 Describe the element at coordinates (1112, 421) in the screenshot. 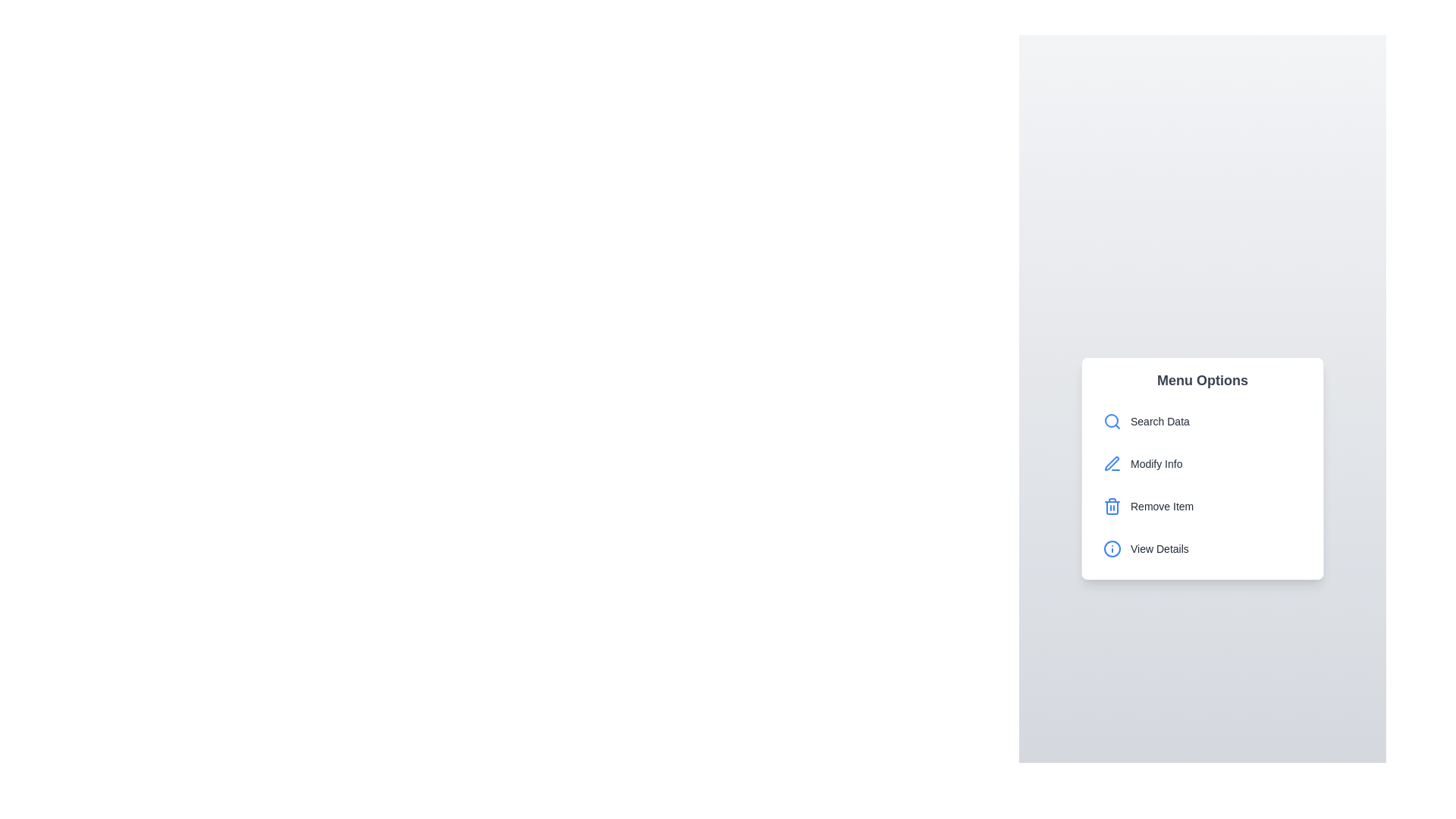

I see `the search icon represented as a magnifying glass with a blue stroke, located to the left of the label 'Search Data' in the 'Menu Options' panel` at that location.